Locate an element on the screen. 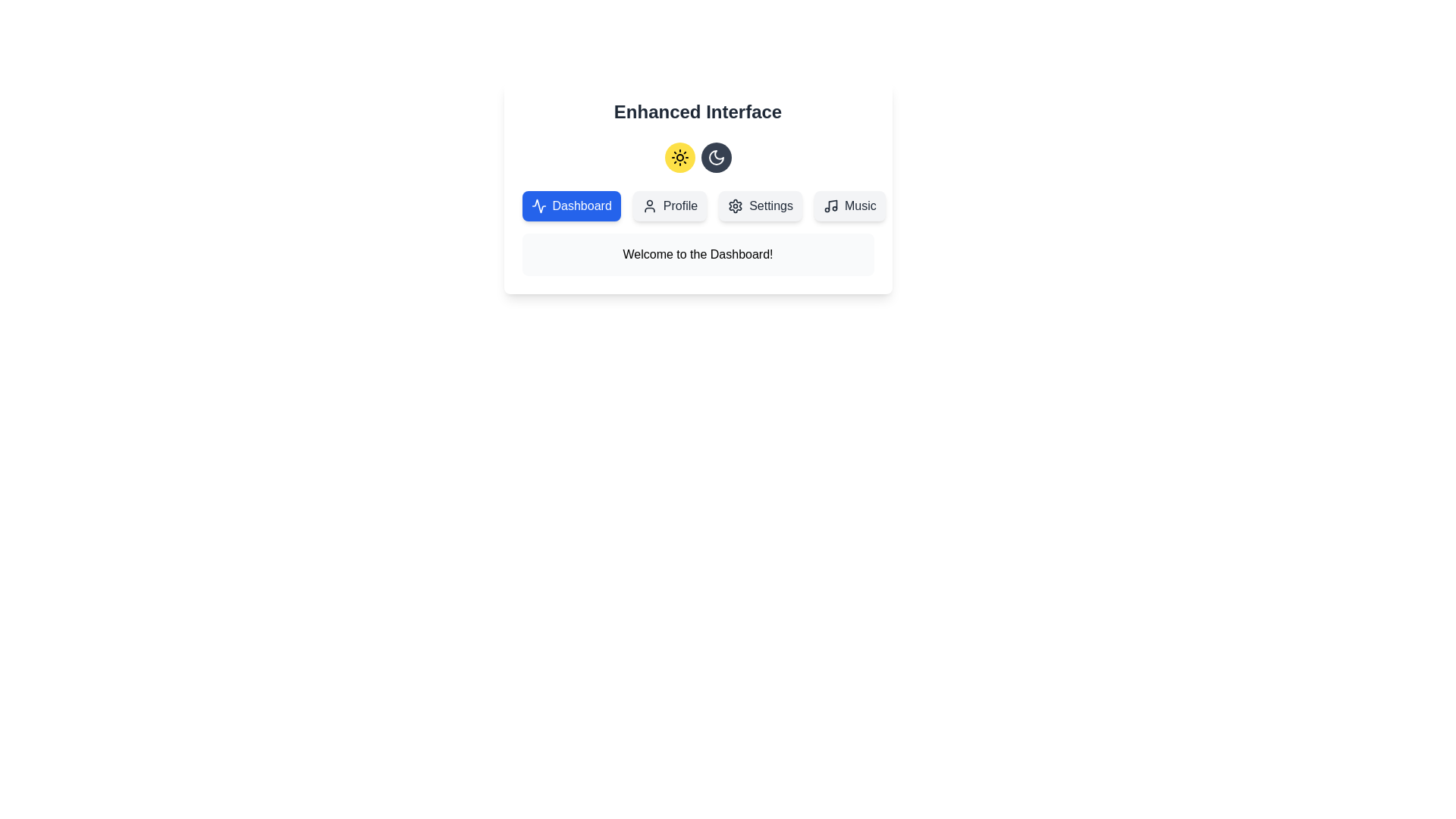  the 'Dashboard' button, which has a blue background and white text is located at coordinates (538, 206).